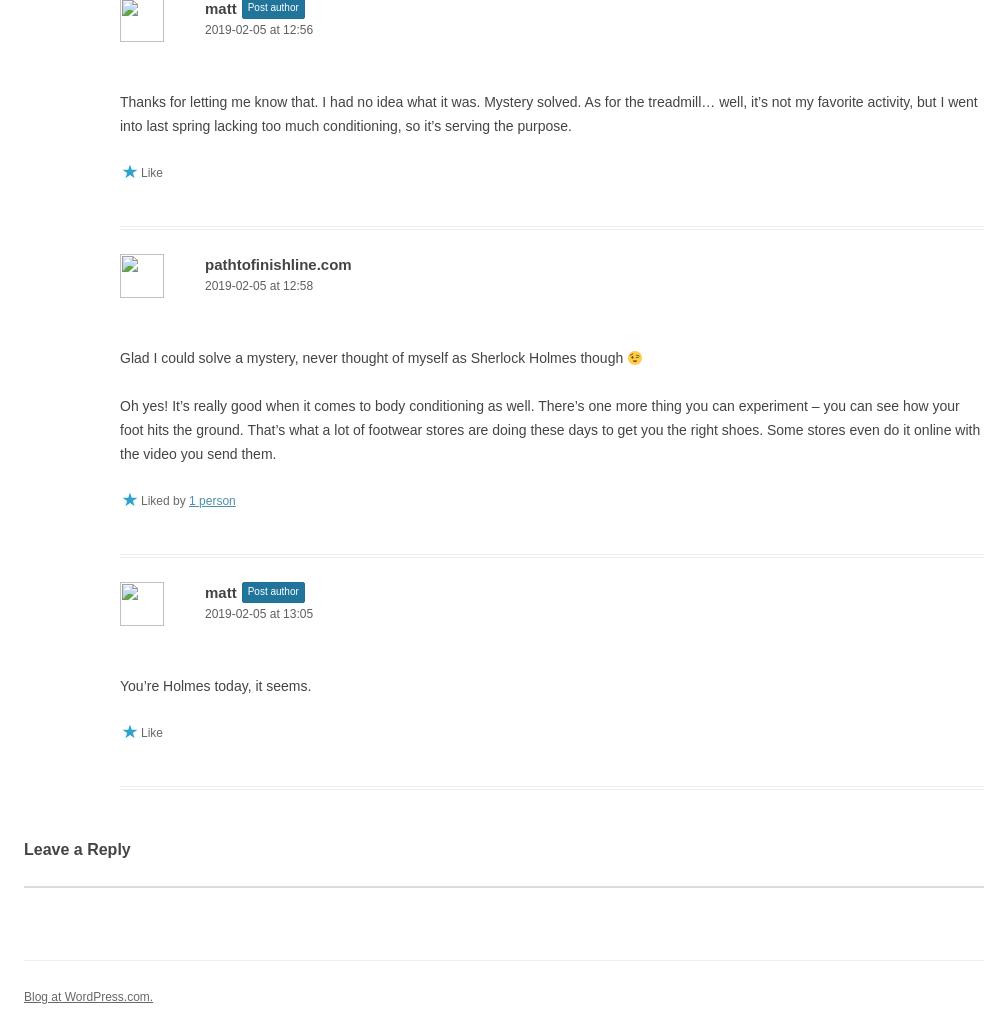 Image resolution: width=1008 pixels, height=1032 pixels. What do you see at coordinates (548, 114) in the screenshot?
I see `'Thanks for letting me know that.  I had no idea what it was.  Mystery solved.  As for the treadmill… well, it’s not my favorite activity, but I went into last spring lacking too much conditioning, so it’s serving the purpose.'` at bounding box center [548, 114].